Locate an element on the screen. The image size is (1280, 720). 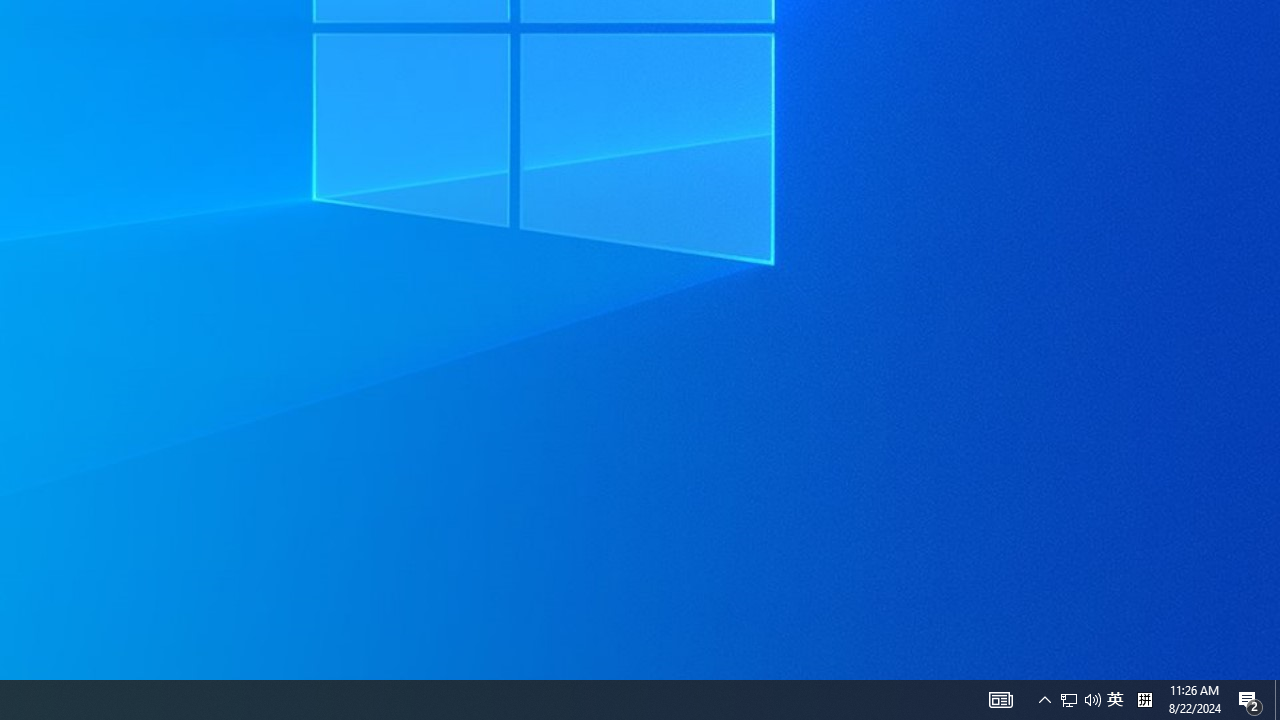
'Action Center, 2 new notifications' is located at coordinates (1276, 698).